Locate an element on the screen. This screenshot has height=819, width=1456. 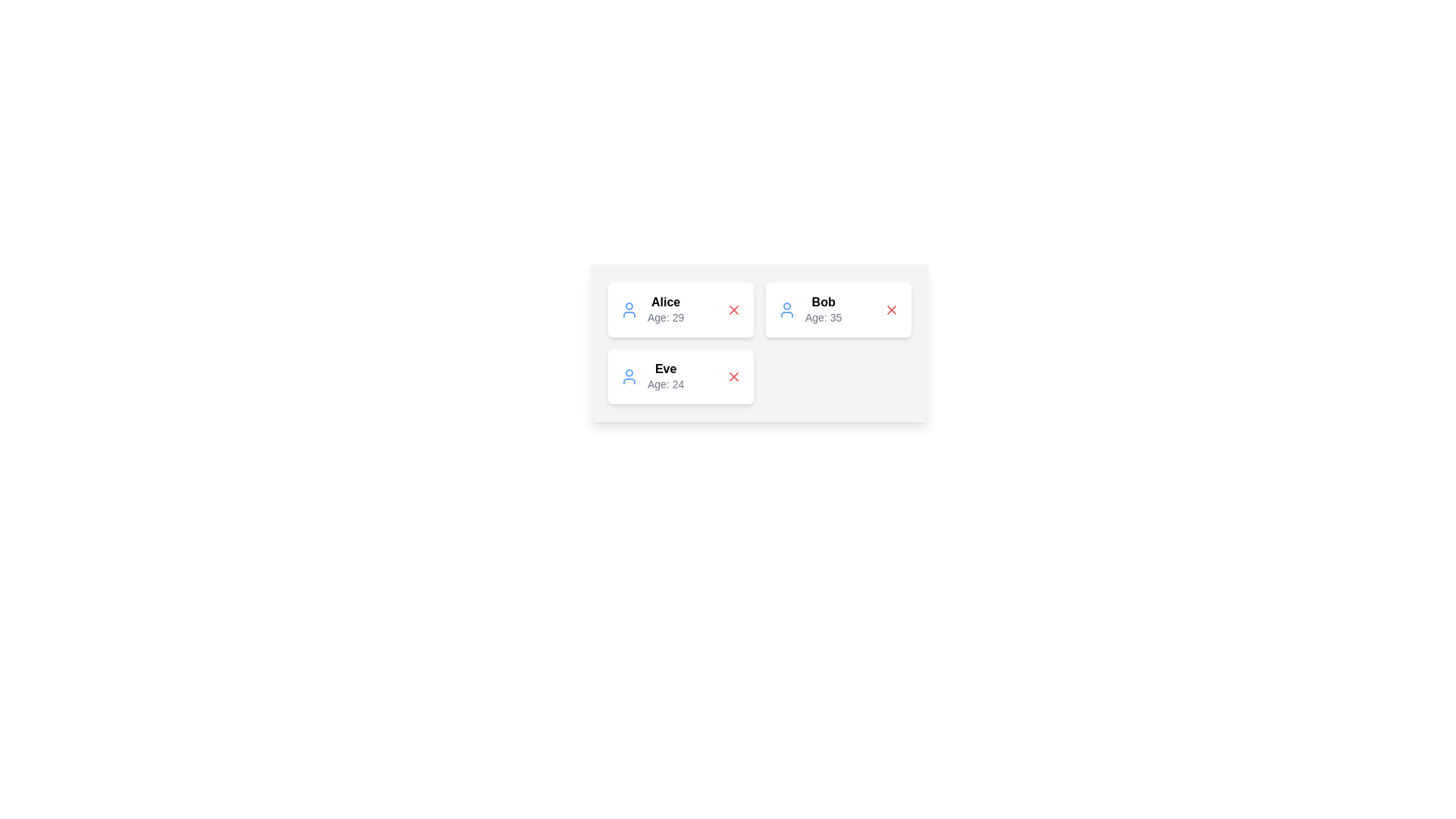
close button for the user Alice is located at coordinates (734, 309).